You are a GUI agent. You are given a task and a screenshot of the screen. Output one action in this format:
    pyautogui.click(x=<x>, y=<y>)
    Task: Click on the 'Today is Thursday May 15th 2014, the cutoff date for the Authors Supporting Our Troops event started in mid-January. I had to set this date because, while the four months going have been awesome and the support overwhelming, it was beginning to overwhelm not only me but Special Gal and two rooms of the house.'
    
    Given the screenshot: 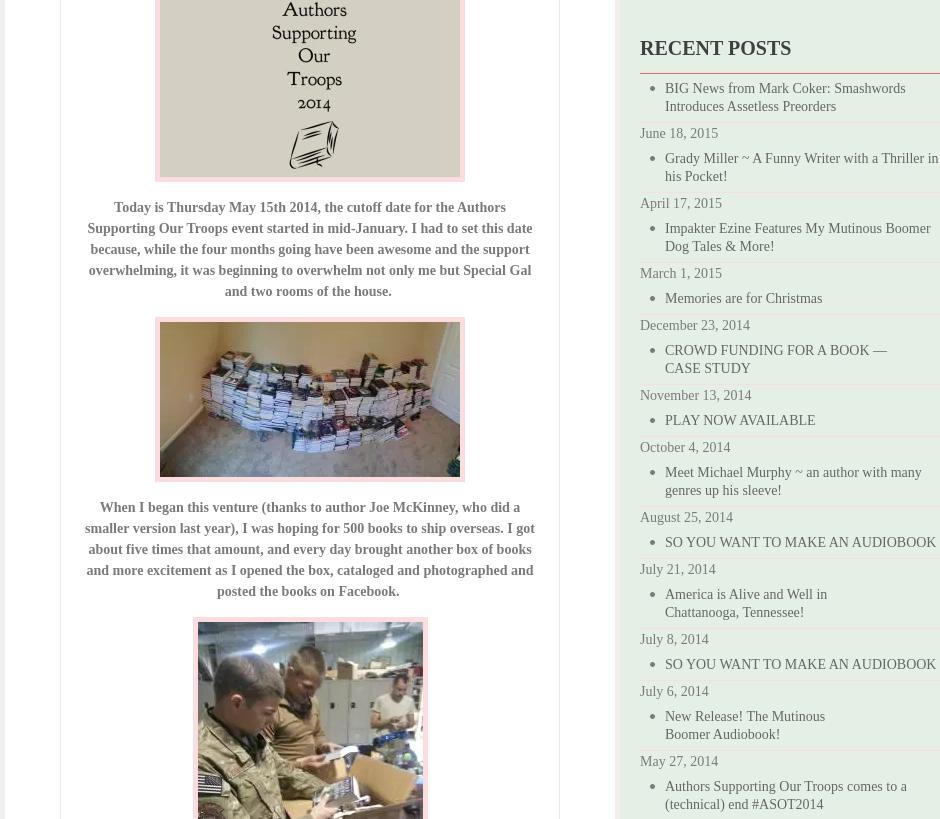 What is the action you would take?
    pyautogui.click(x=87, y=248)
    